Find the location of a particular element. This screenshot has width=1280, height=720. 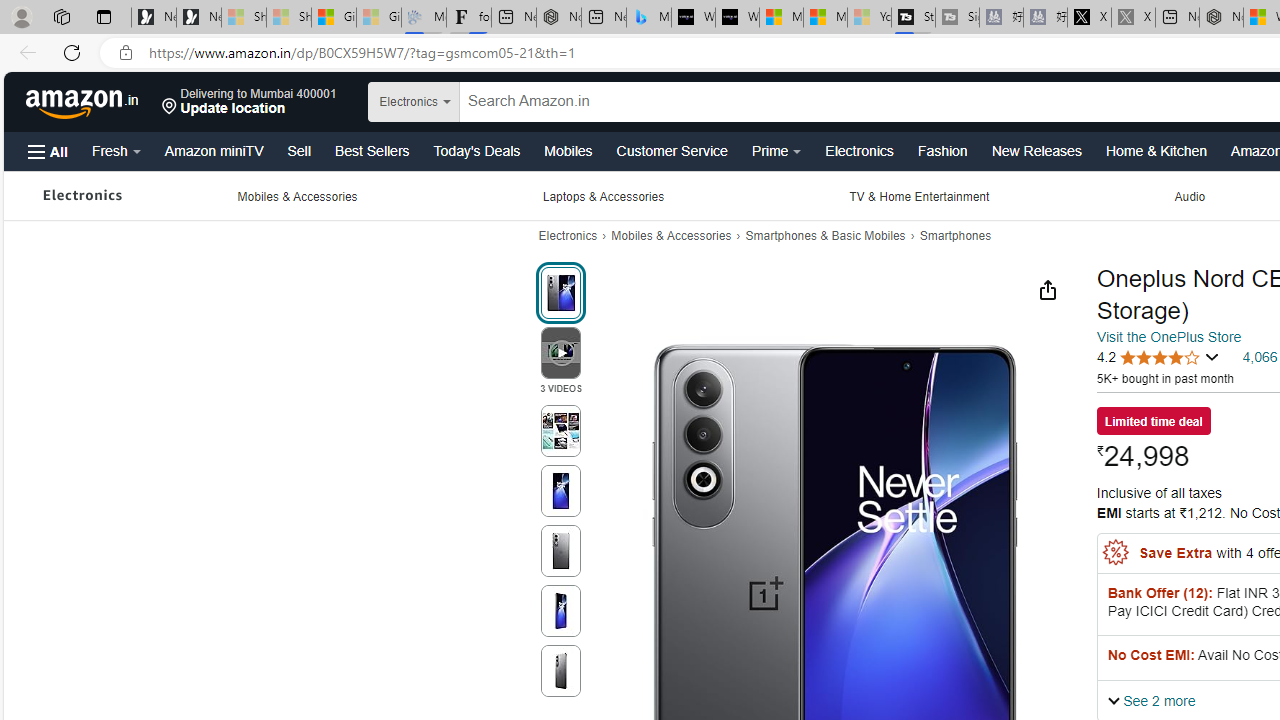

'Fresh' is located at coordinates (115, 149).